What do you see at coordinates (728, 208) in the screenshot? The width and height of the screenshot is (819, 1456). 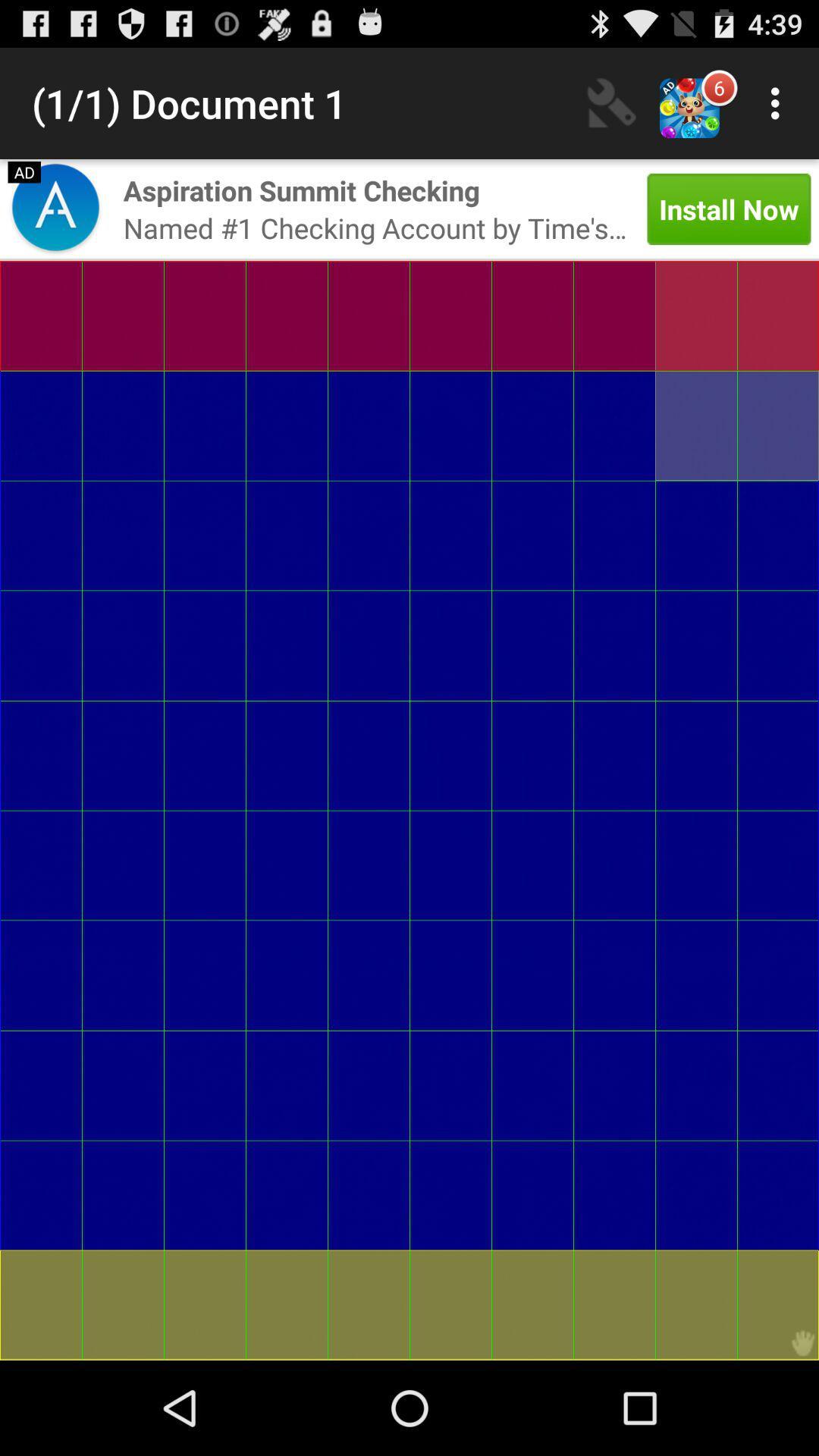 I see `the app to the right of named 1 checking item` at bounding box center [728, 208].